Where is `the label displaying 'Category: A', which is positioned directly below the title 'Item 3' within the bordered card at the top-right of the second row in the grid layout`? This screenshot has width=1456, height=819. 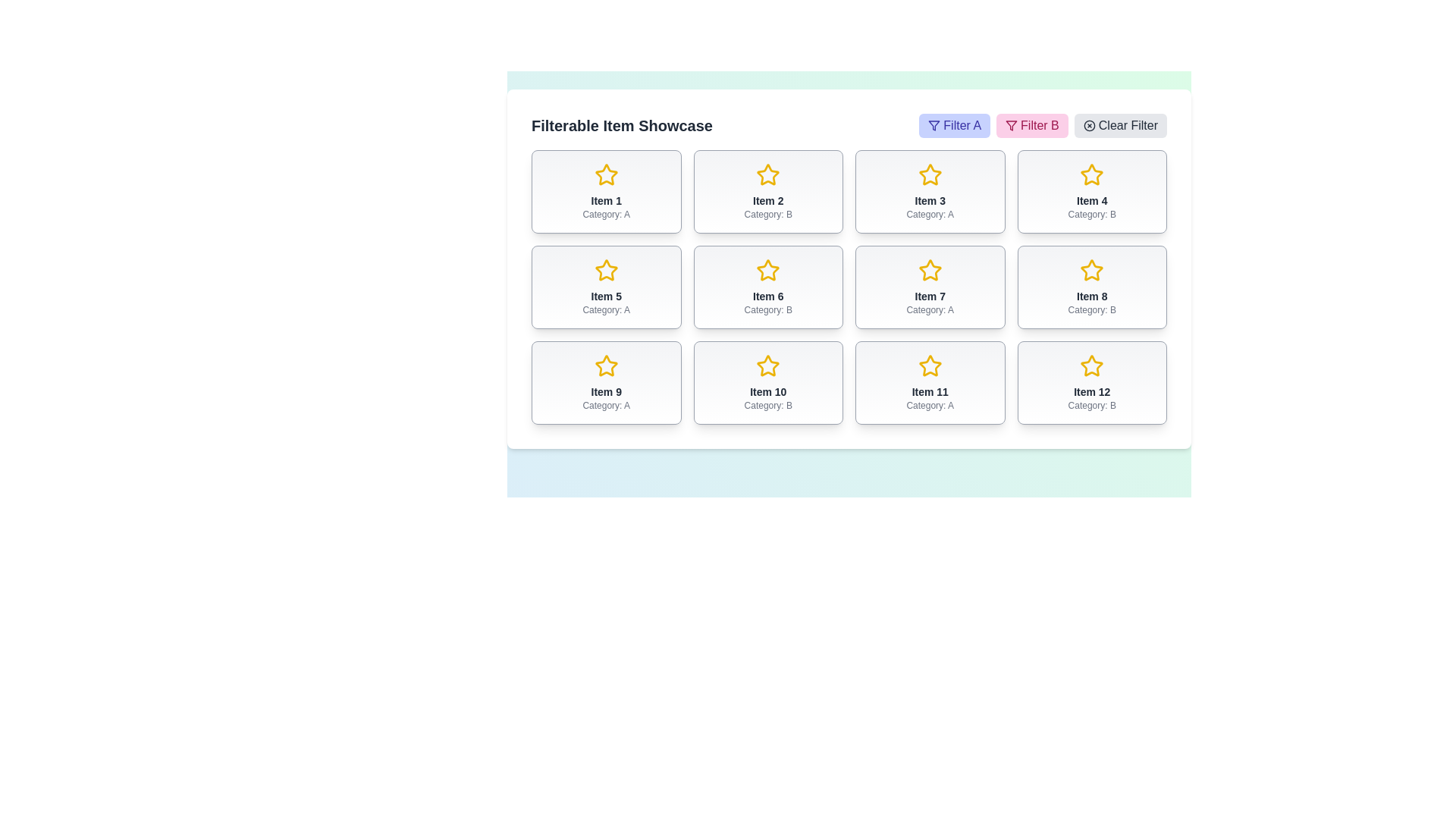
the label displaying 'Category: A', which is positioned directly below the title 'Item 3' within the bordered card at the top-right of the second row in the grid layout is located at coordinates (929, 214).